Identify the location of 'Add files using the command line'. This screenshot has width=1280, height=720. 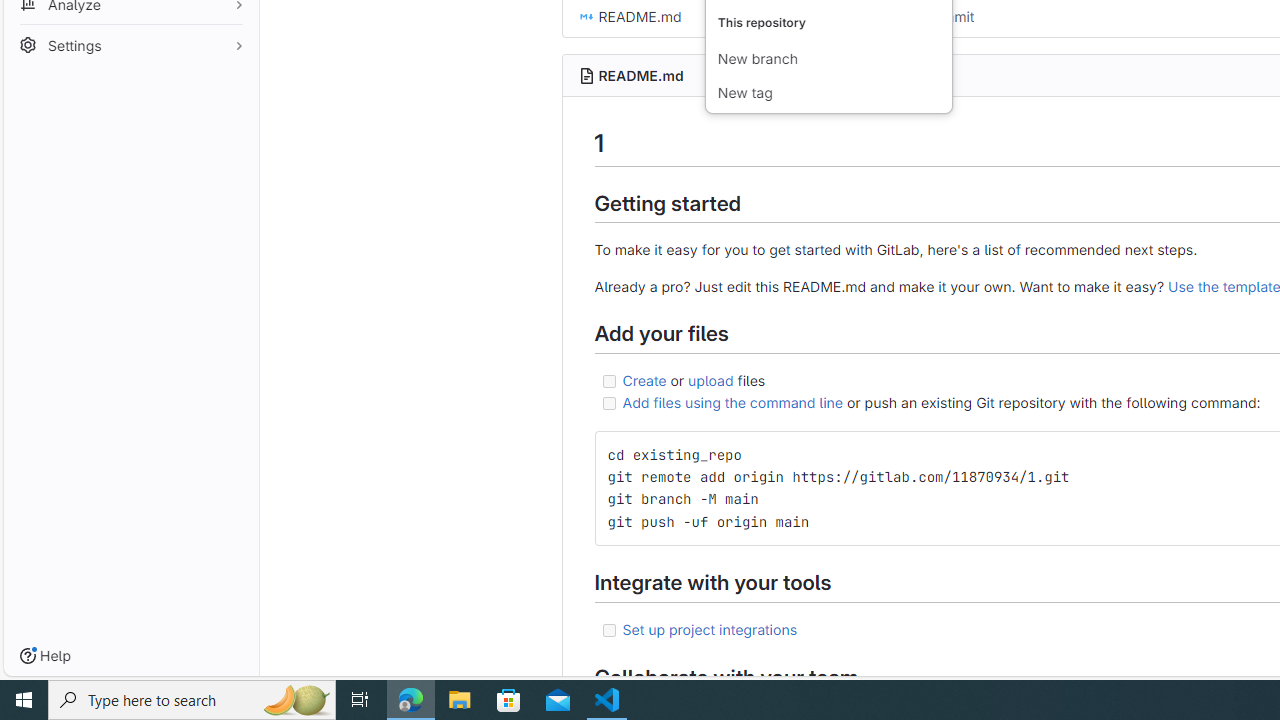
(731, 402).